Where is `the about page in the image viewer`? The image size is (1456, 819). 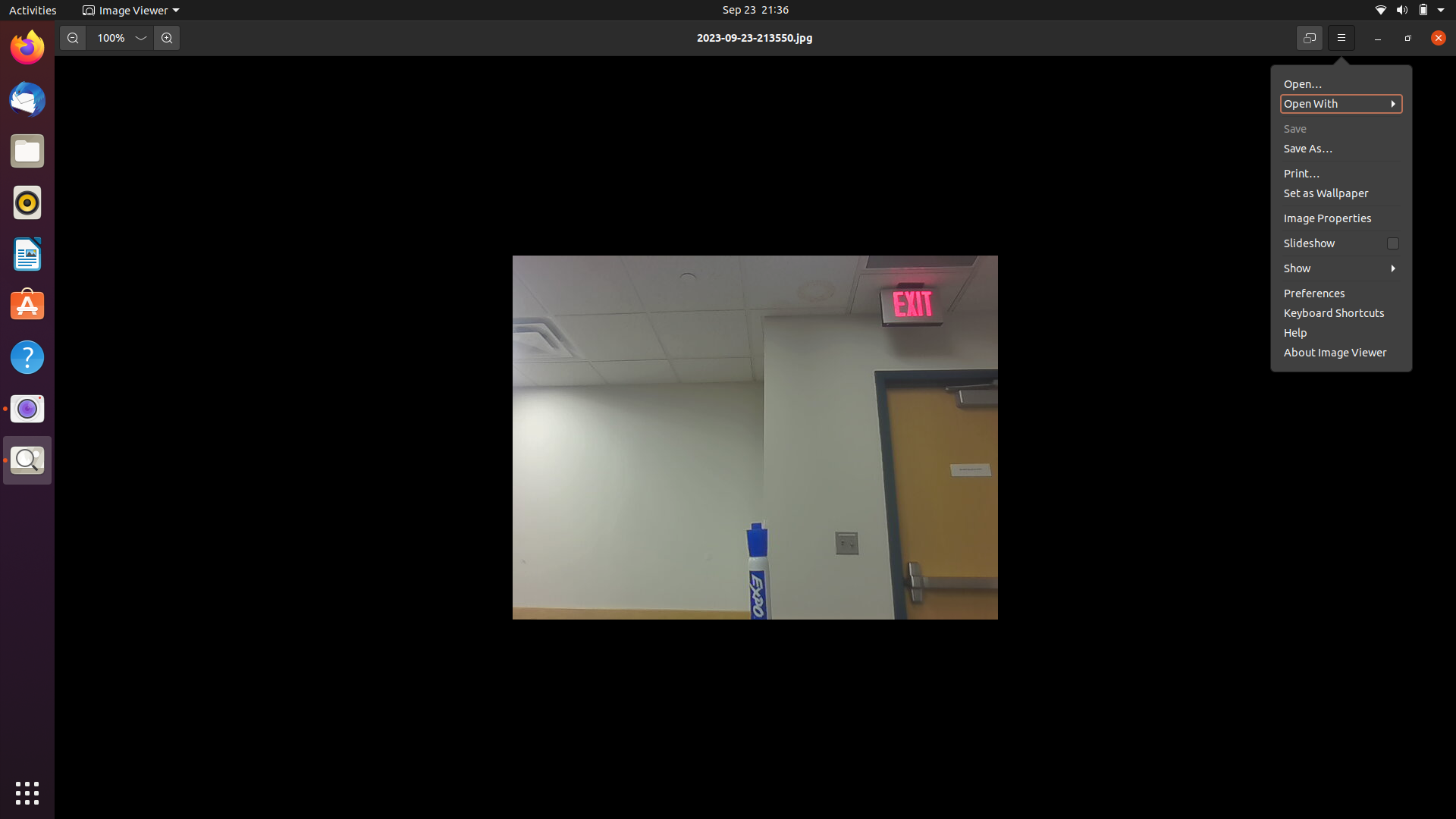
the about page in the image viewer is located at coordinates (1335, 291).